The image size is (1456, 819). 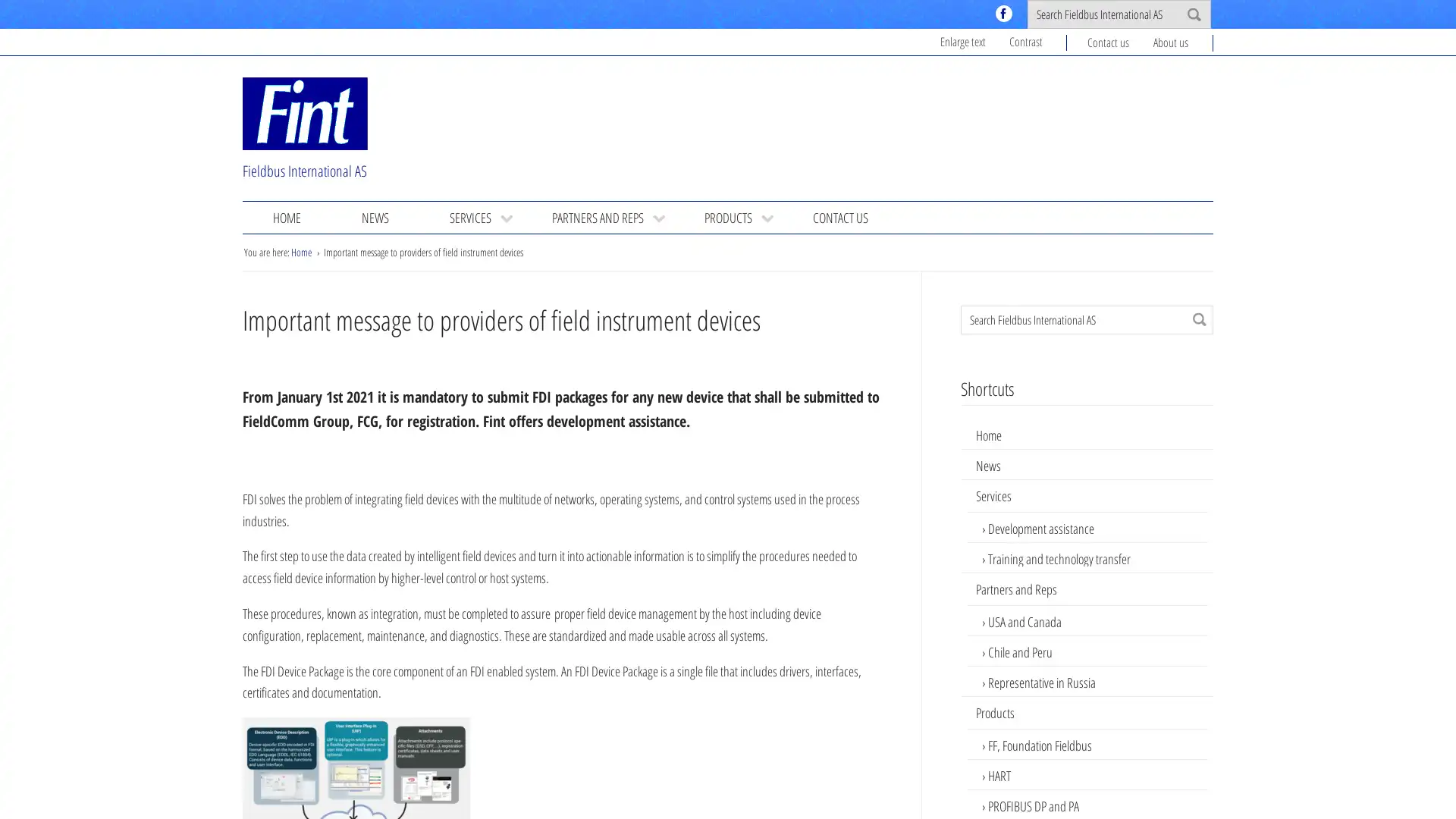 I want to click on Search, so click(x=1193, y=14).